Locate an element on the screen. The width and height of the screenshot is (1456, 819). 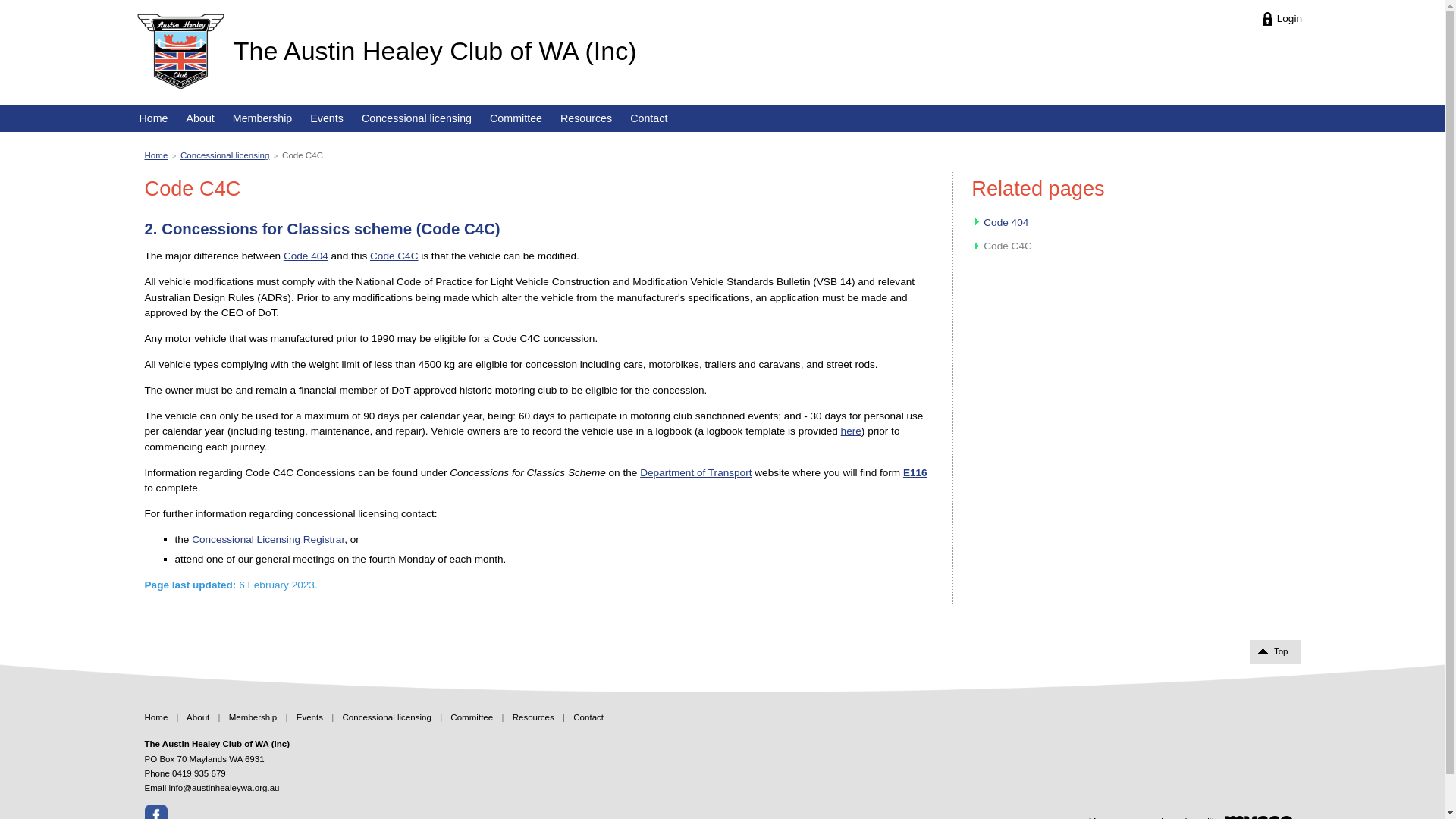
'Contact' is located at coordinates (648, 117).